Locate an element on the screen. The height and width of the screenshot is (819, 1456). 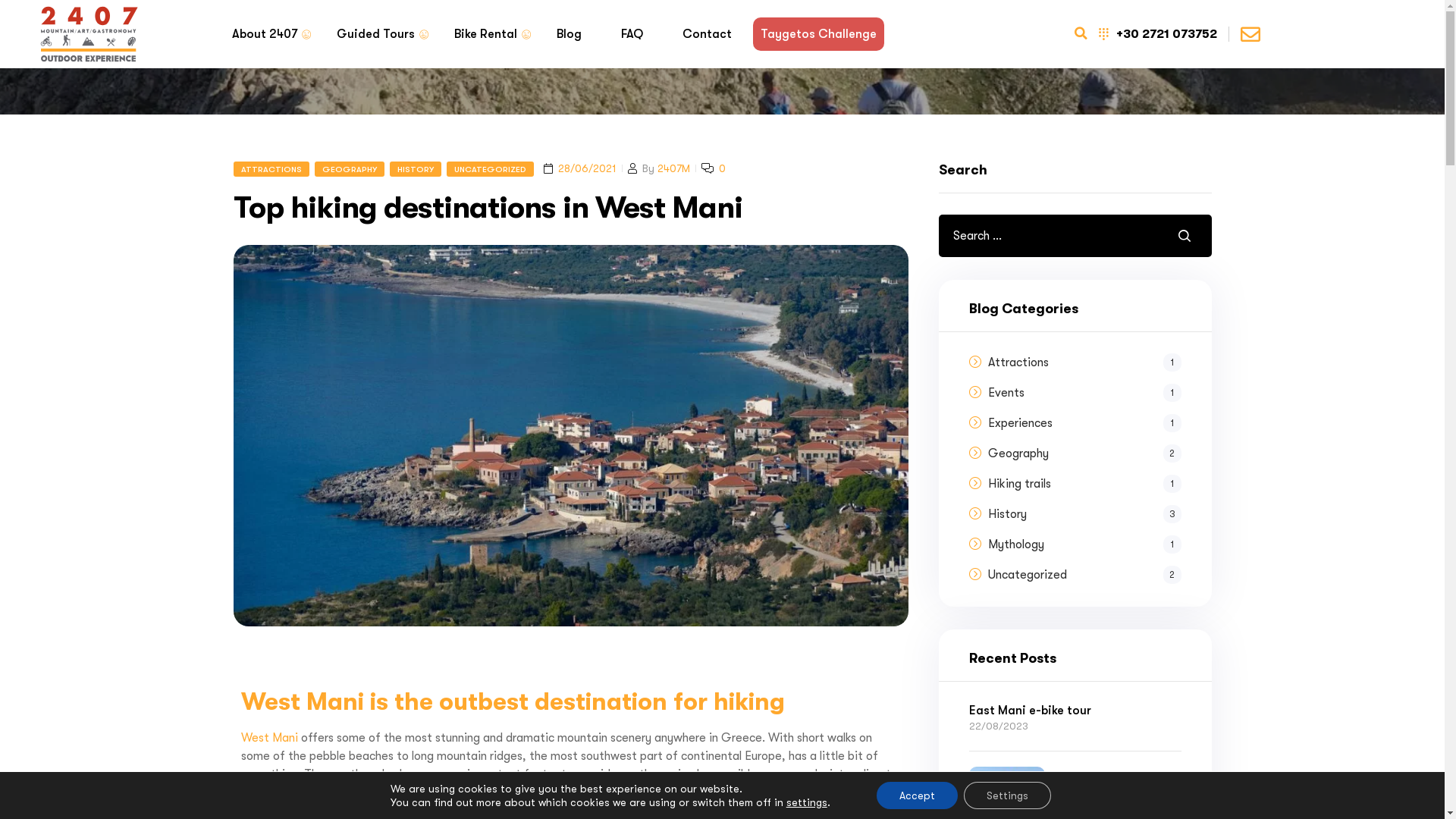
'HISTORY' is located at coordinates (415, 169).